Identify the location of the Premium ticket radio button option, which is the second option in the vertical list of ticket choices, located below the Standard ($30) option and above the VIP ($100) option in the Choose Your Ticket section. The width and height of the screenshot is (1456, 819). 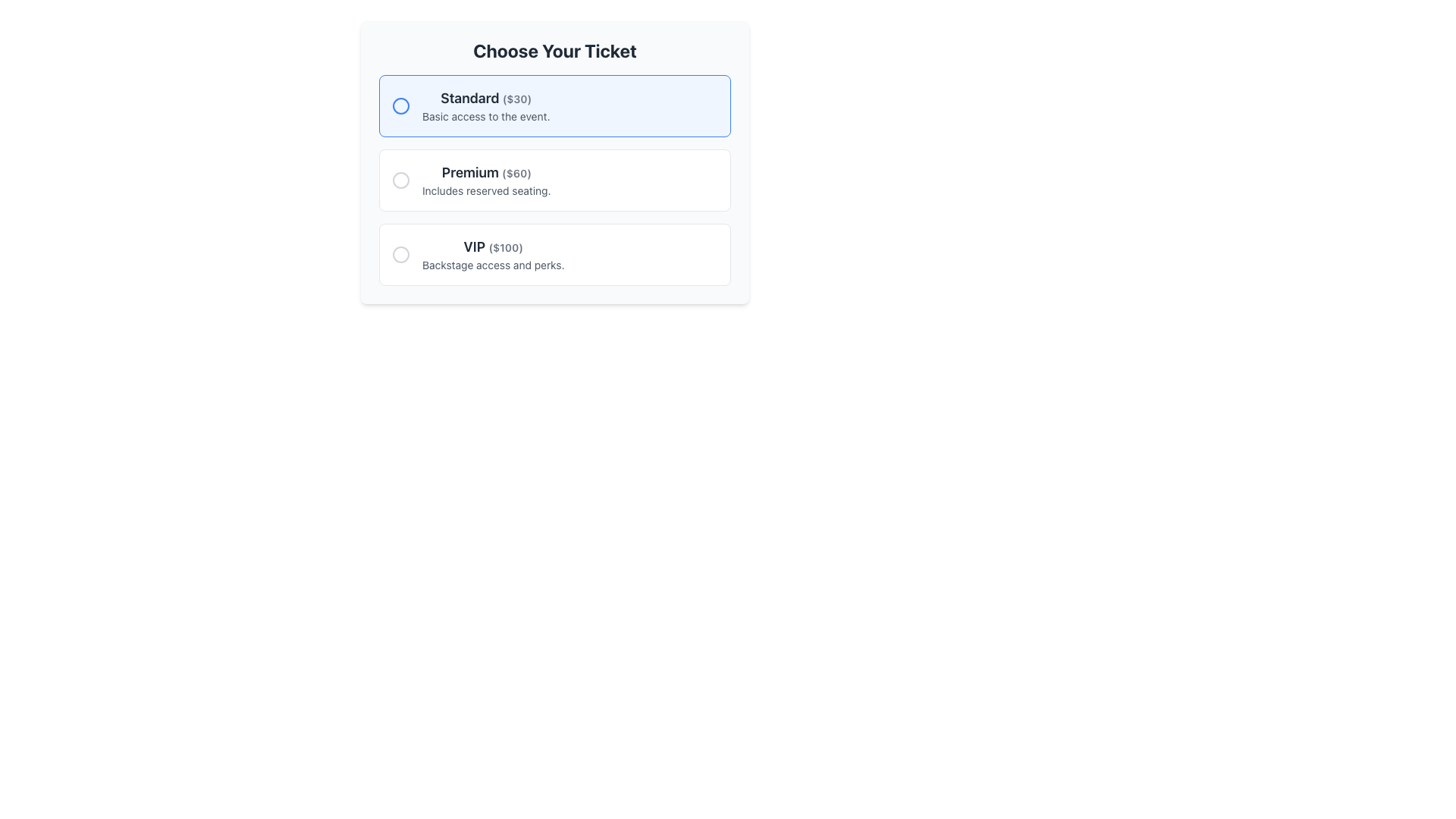
(554, 180).